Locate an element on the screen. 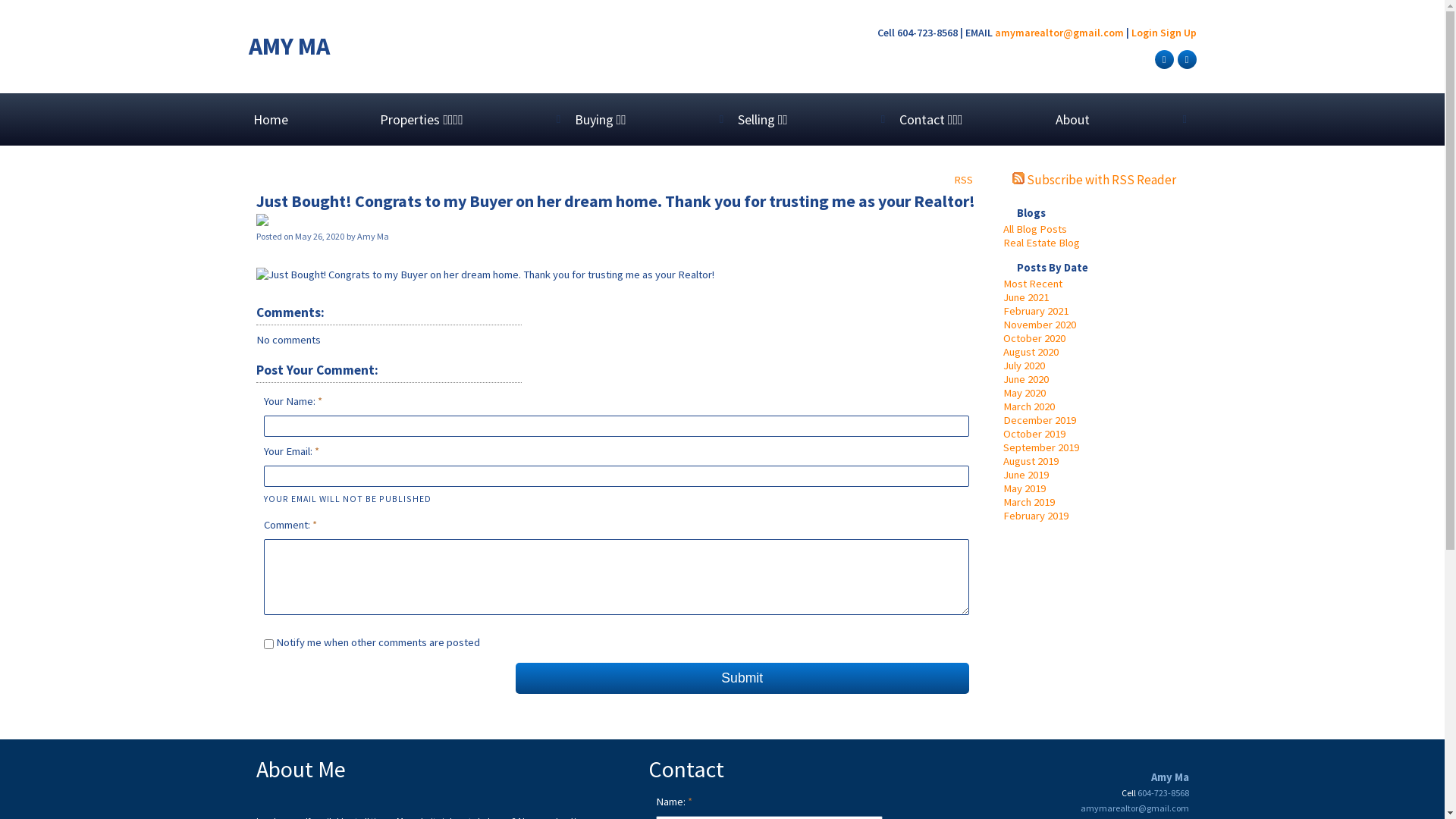  'July 2020' is located at coordinates (1023, 366).